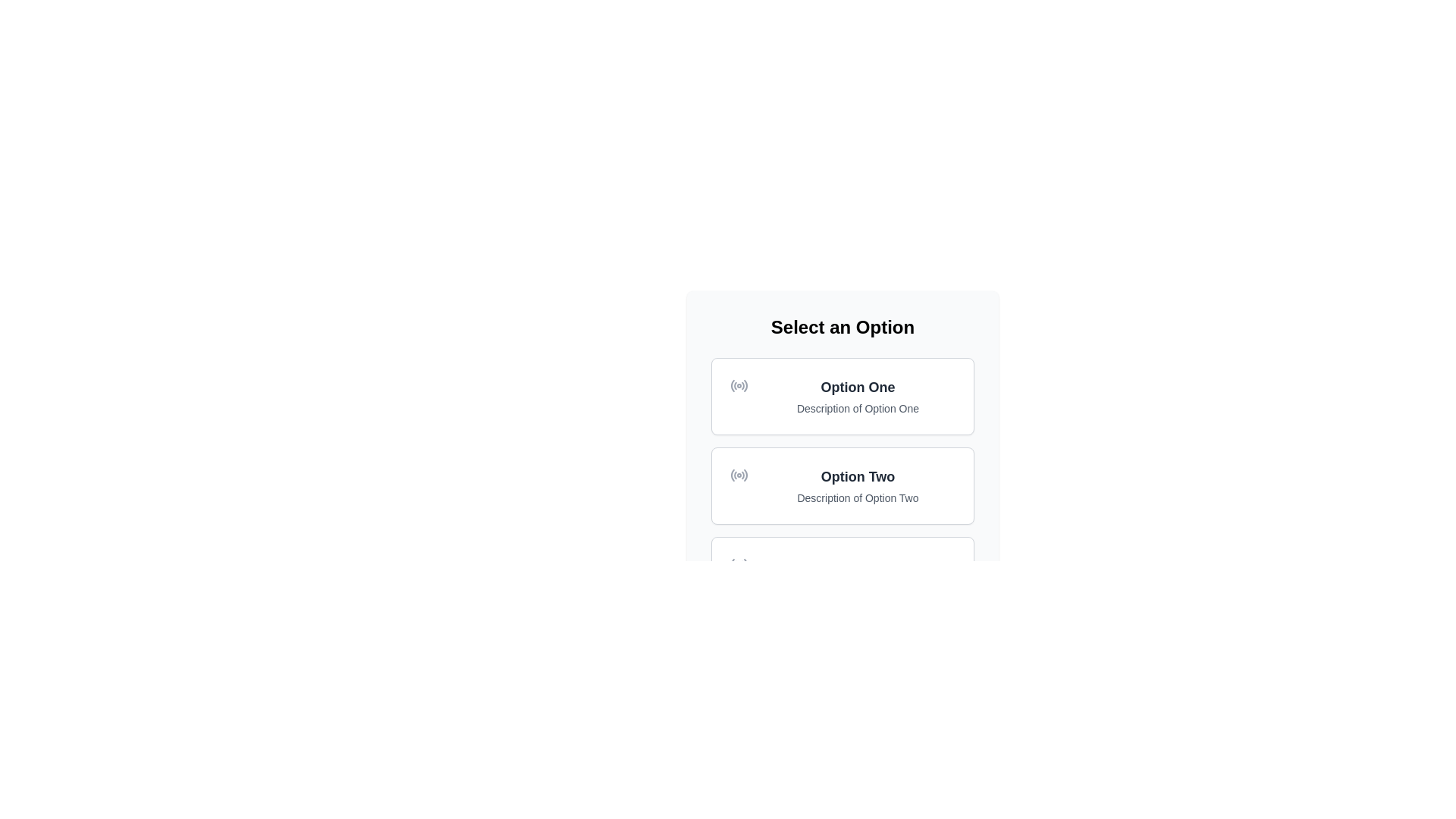  Describe the element at coordinates (858, 485) in the screenshot. I see `text content of the selectable option labeled 'Option Two' located in the second item of a vertical list` at that location.